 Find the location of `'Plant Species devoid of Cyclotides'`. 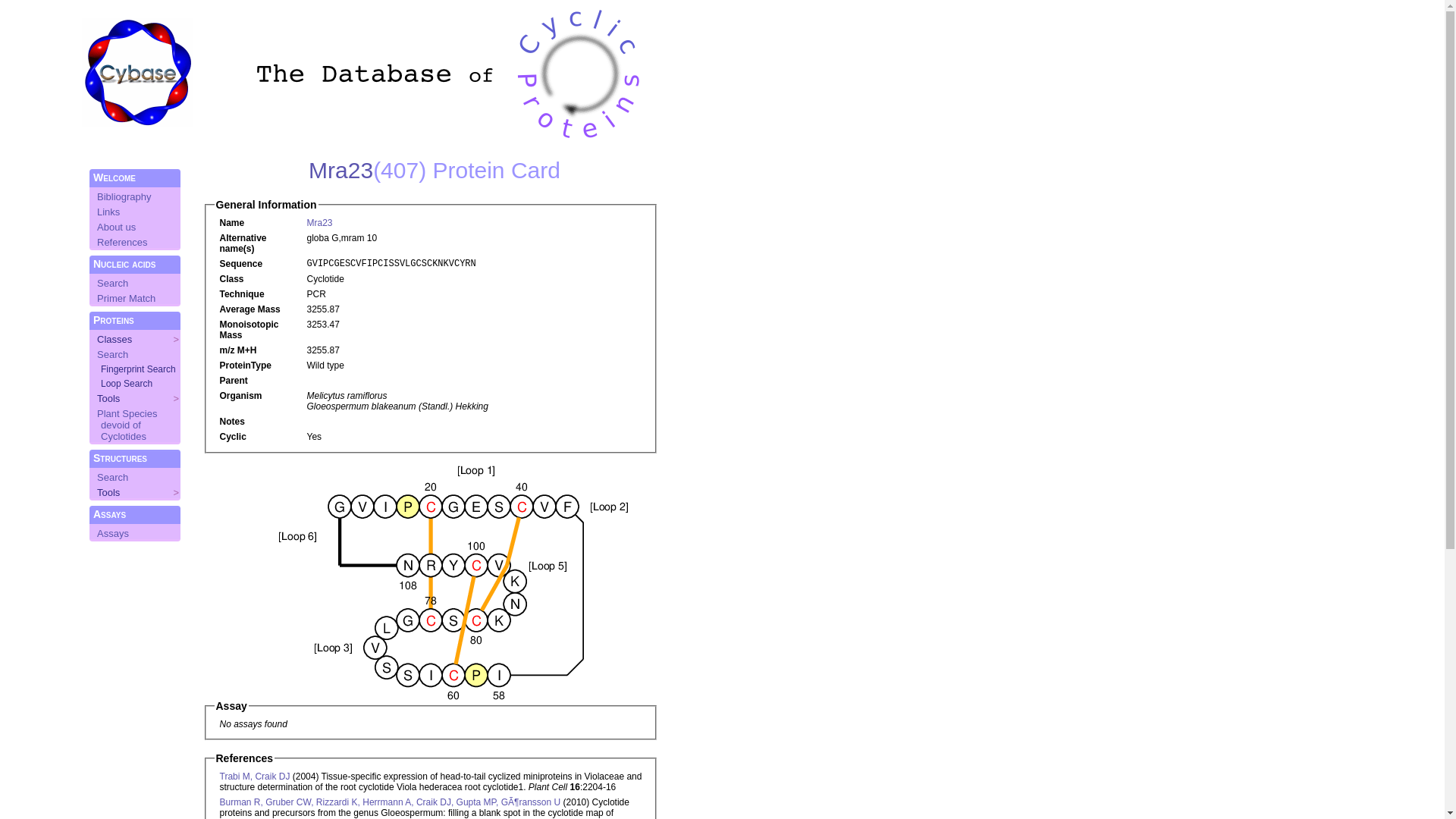

'Plant Species devoid of Cyclotides' is located at coordinates (127, 425).